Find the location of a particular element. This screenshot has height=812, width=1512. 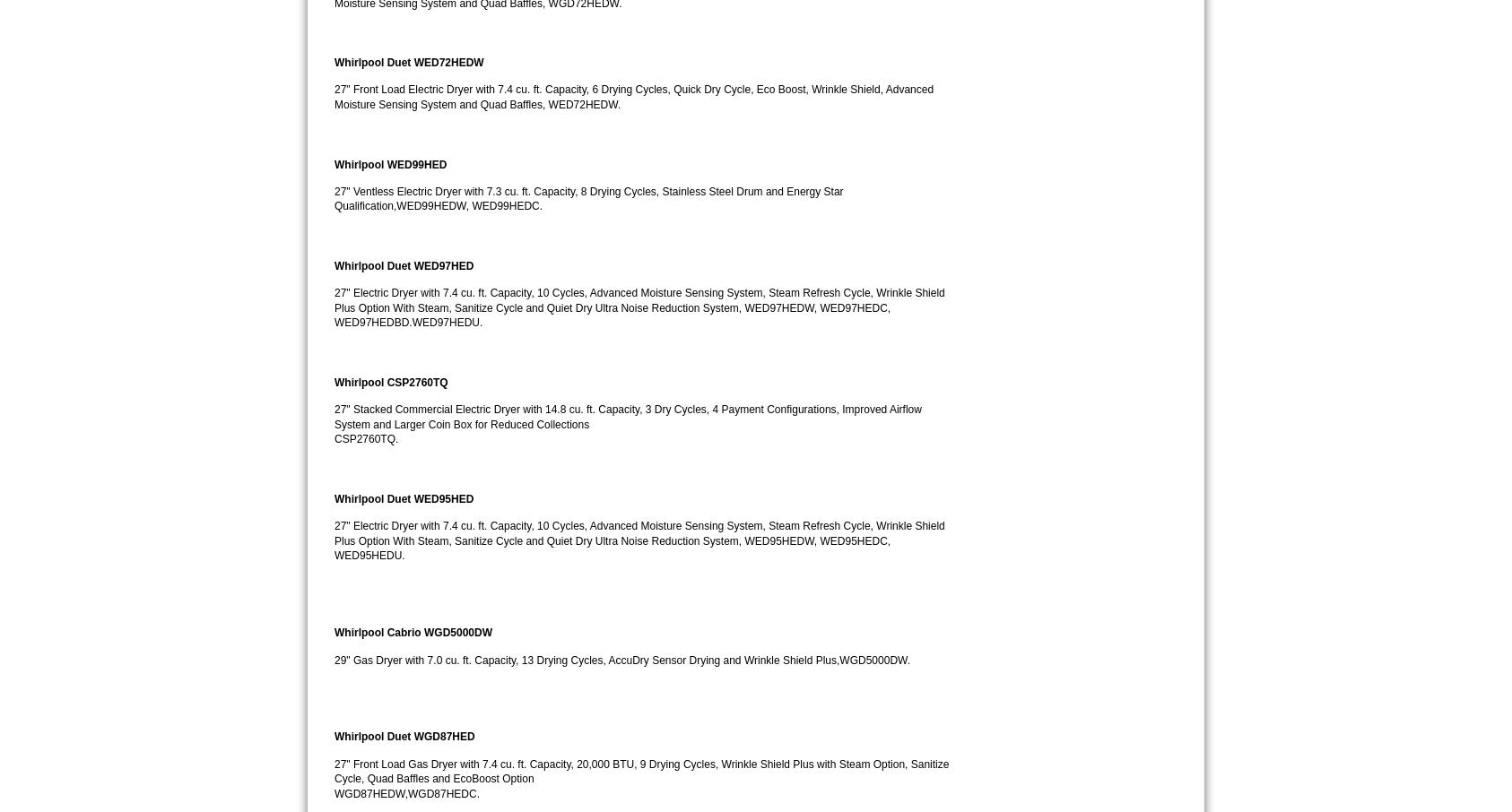

'29" Gas Dryer with 7.0 cu. ft. Capacity, 13 Drying Cycles, AccuDry Sensor Drying and Wrinkle Shield Plus,WGD5000DW.' is located at coordinates (621, 659).